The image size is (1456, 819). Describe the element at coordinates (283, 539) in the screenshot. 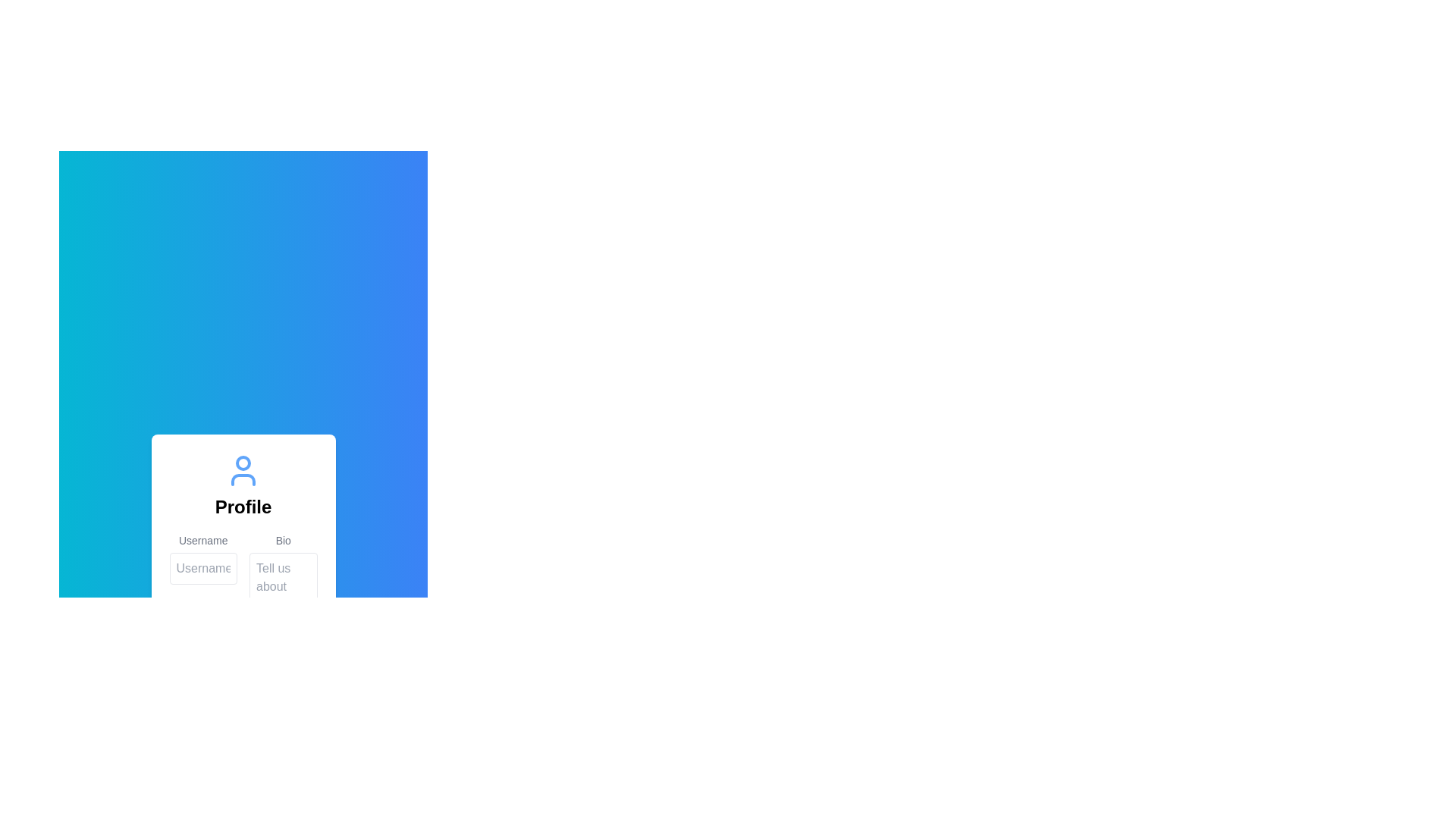

I see `the static text label displaying 'Bio', which is styled with a small text size and gray color, positioned above the multi-line text input box labeled 'Tell us about yourself...'` at that location.